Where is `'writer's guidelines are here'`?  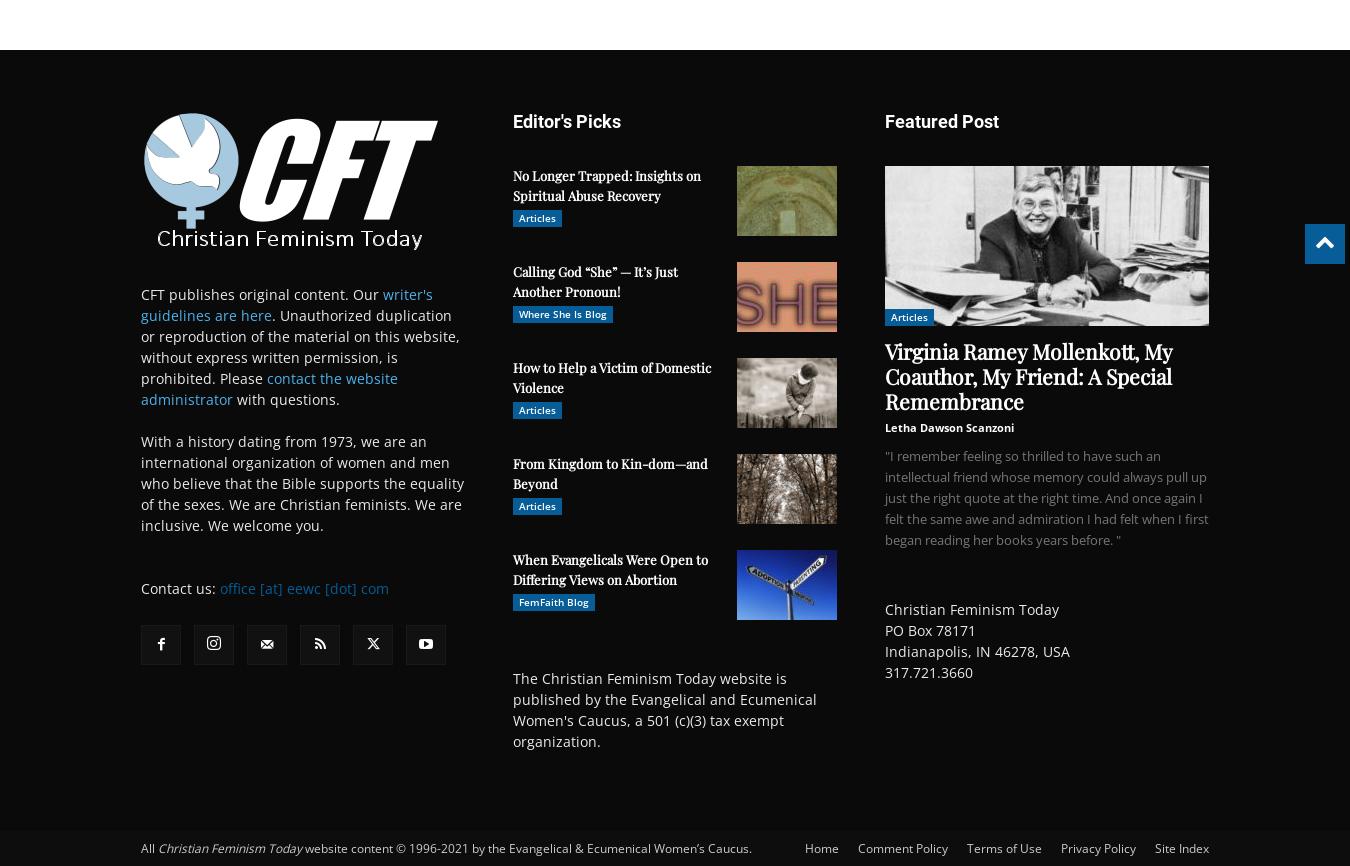
'writer's guidelines are here' is located at coordinates (140, 304).